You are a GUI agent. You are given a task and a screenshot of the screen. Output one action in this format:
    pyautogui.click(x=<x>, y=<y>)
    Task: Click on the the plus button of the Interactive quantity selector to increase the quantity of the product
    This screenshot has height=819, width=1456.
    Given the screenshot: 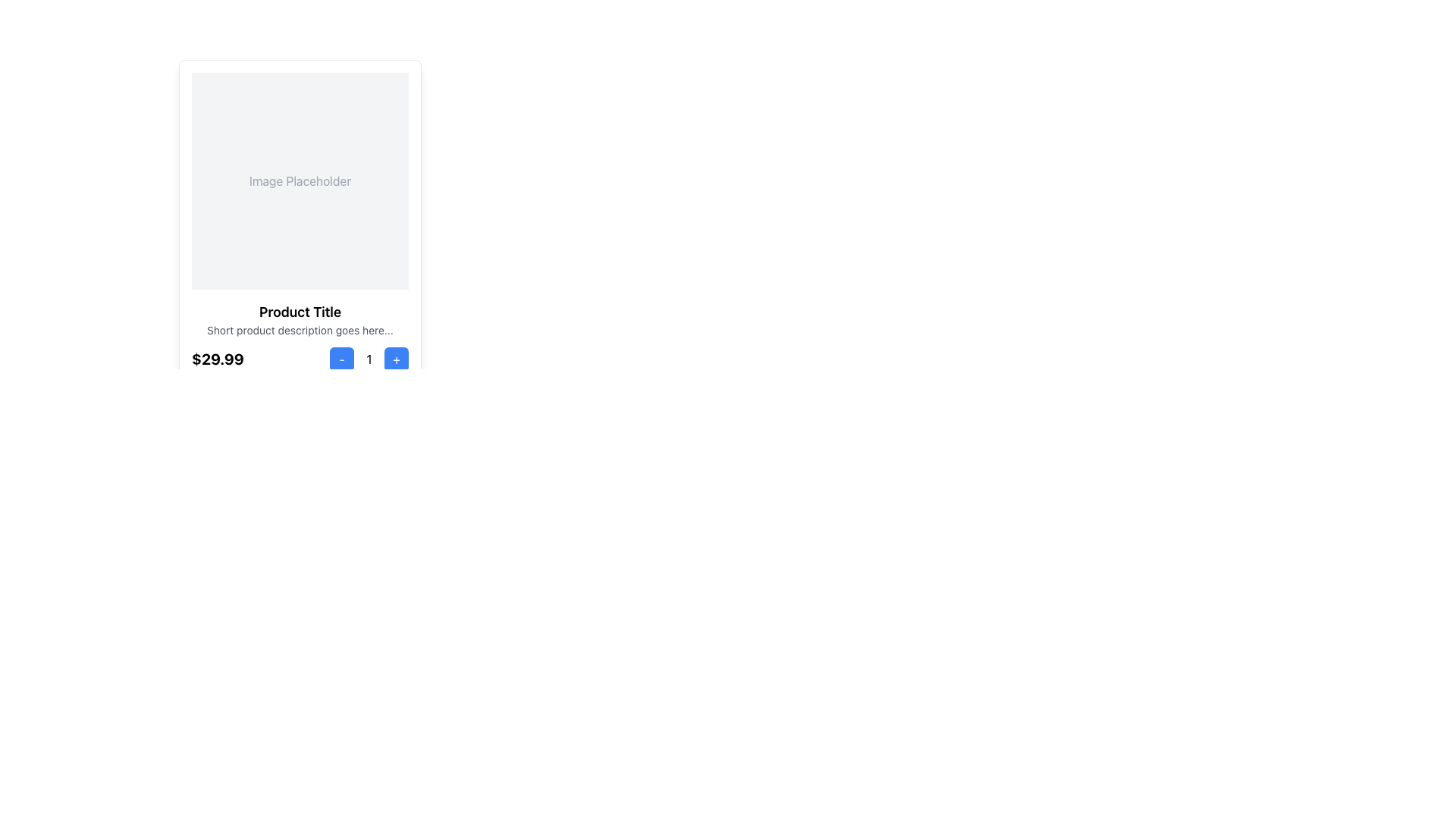 What is the action you would take?
    pyautogui.click(x=369, y=359)
    